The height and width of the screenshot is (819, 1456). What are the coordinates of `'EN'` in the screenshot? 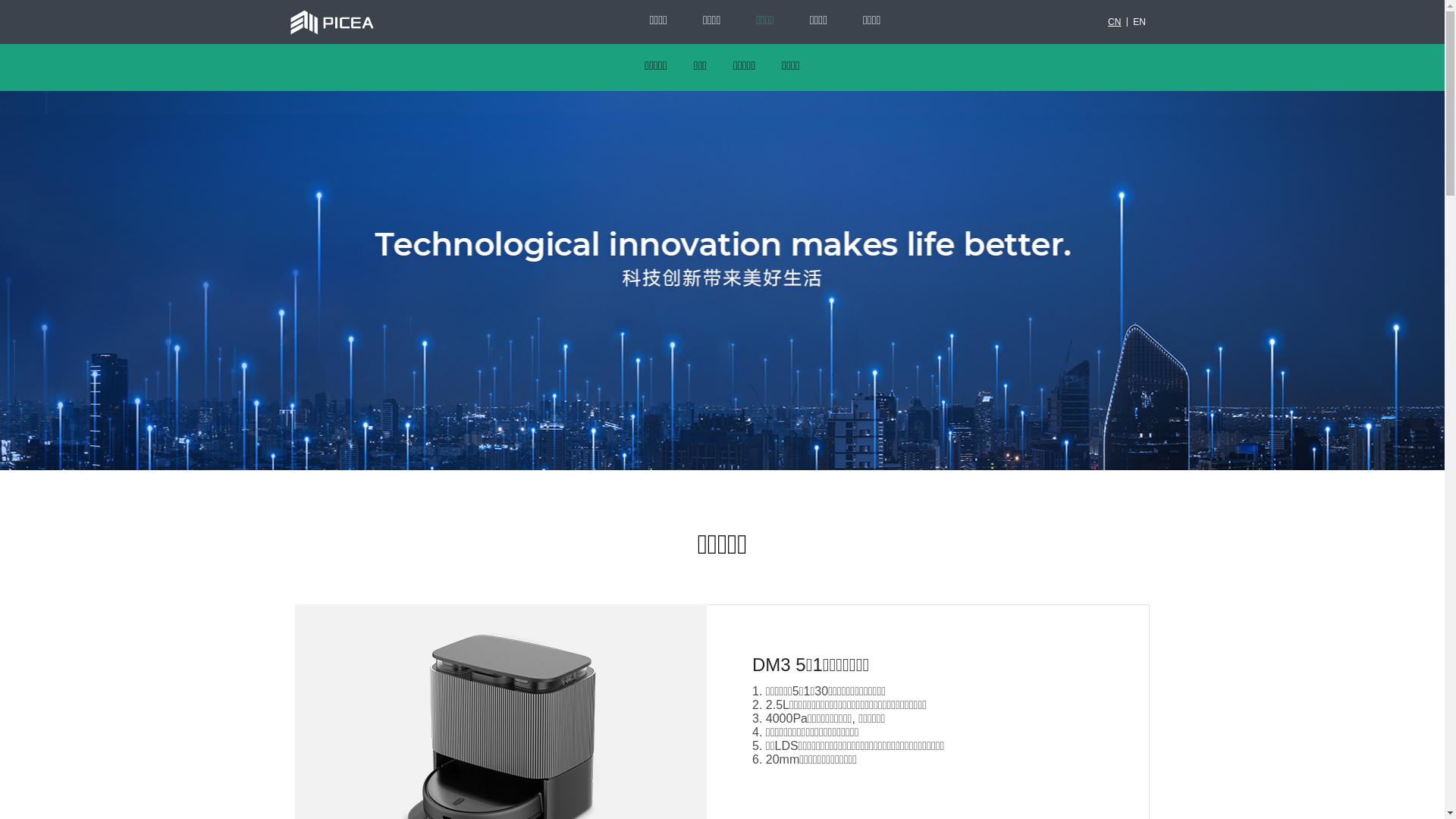 It's located at (1139, 22).